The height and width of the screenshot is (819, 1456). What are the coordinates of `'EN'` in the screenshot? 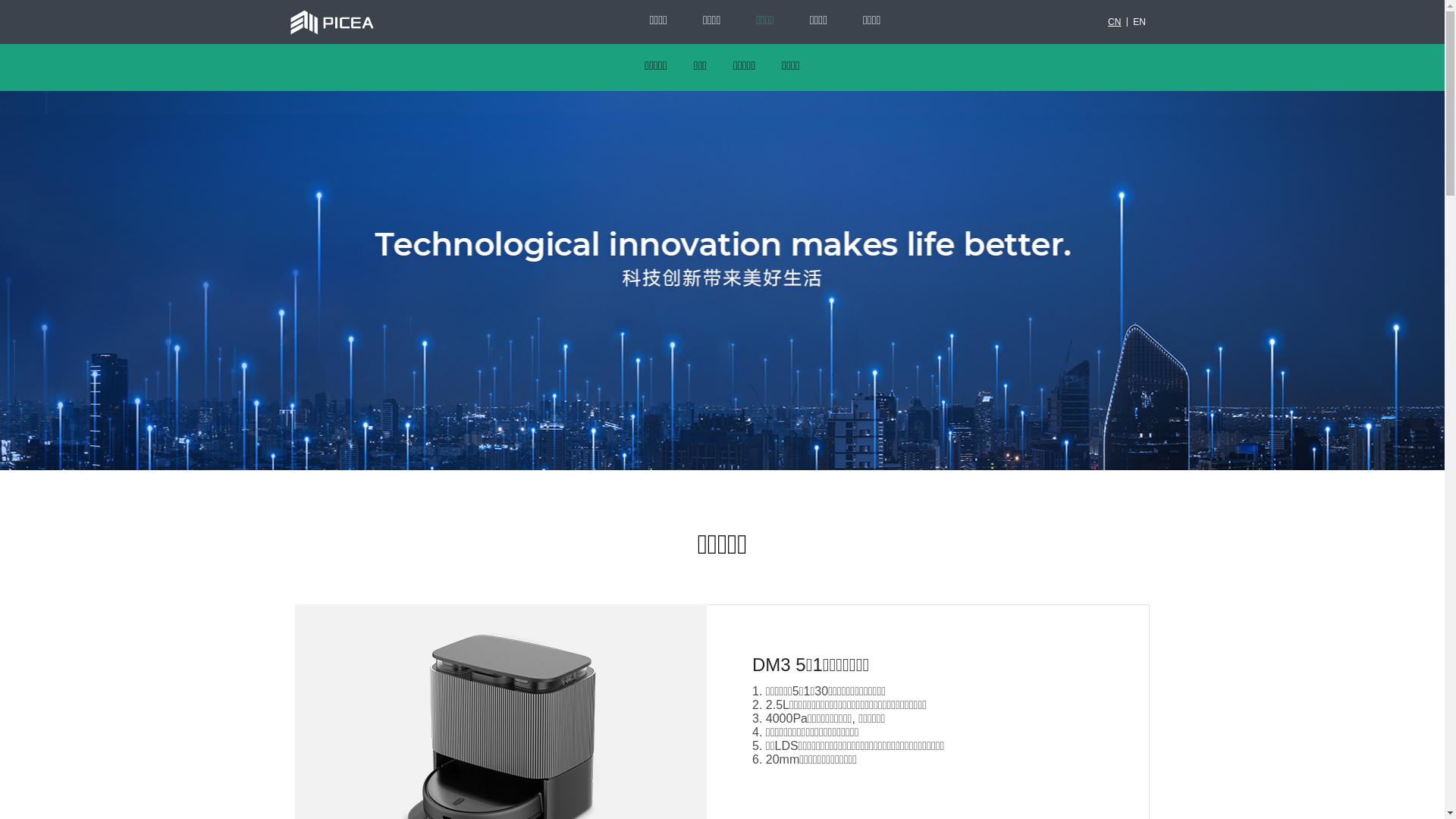 It's located at (1139, 22).